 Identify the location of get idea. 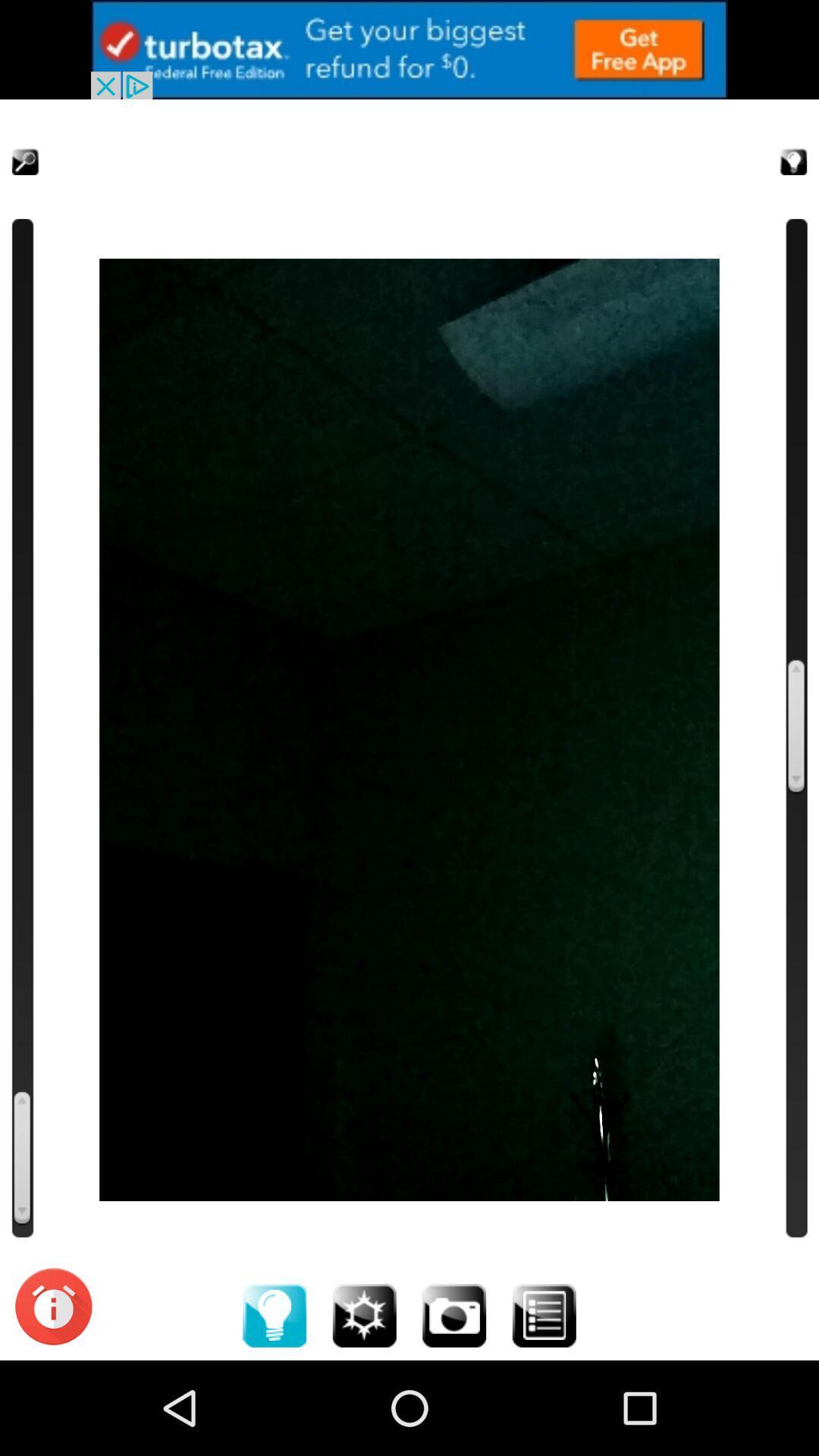
(775, 143).